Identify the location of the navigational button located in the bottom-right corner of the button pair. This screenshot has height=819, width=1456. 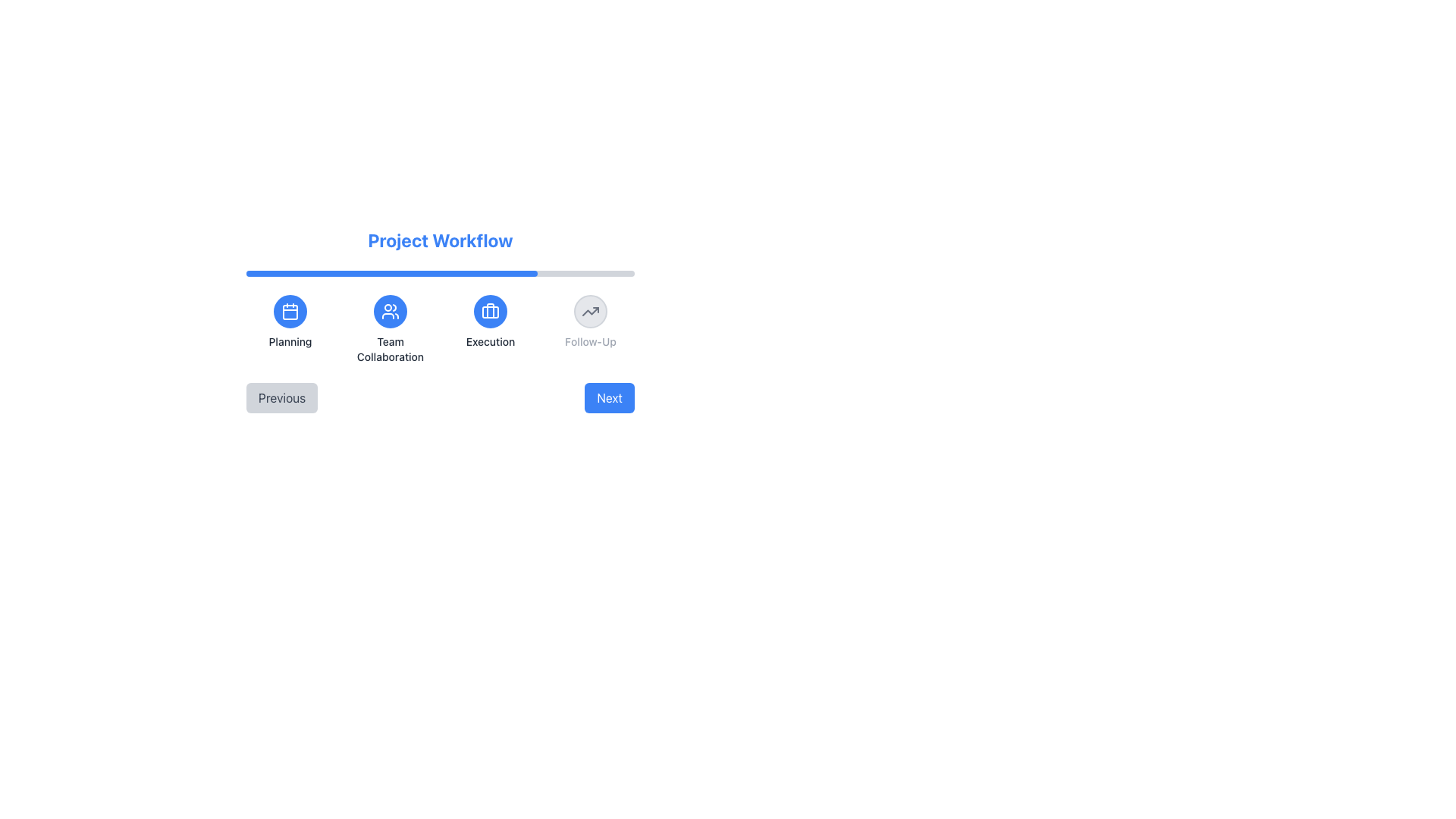
(610, 397).